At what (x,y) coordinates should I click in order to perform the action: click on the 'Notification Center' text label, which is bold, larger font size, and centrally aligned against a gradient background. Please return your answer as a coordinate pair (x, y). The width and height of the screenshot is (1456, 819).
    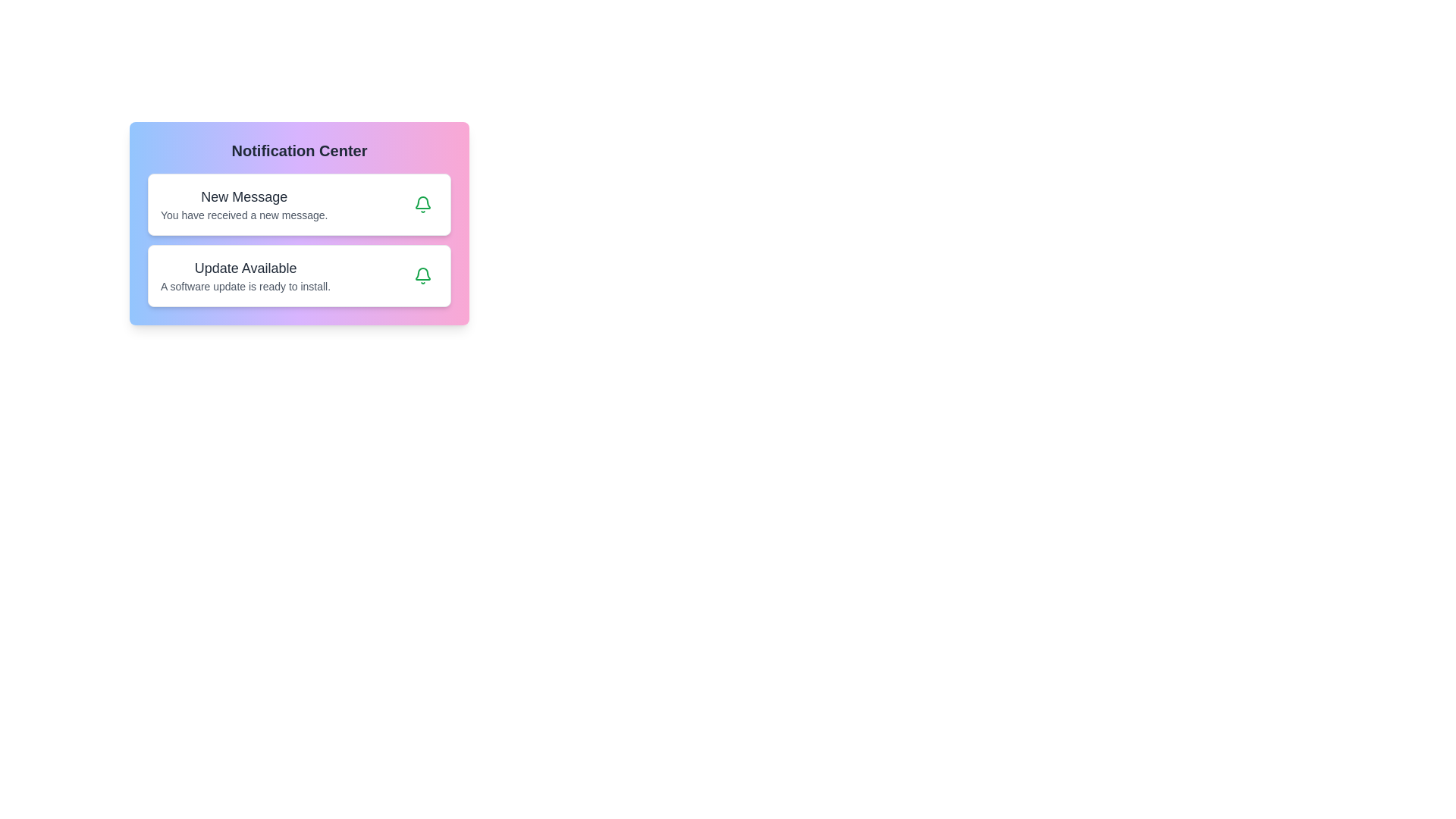
    Looking at the image, I should click on (299, 151).